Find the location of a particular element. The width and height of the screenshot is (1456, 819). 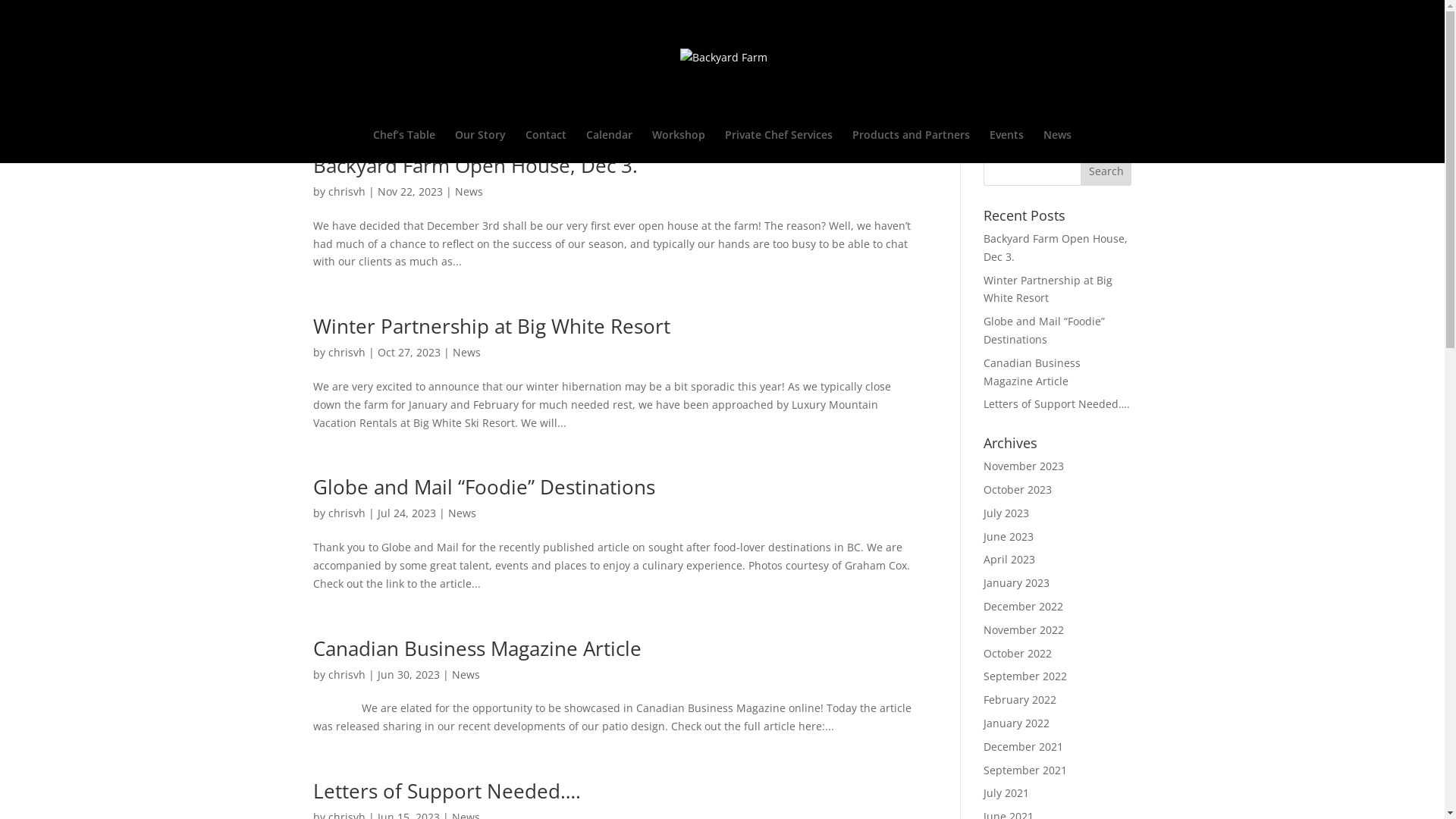

'June 2023' is located at coordinates (1008, 535).